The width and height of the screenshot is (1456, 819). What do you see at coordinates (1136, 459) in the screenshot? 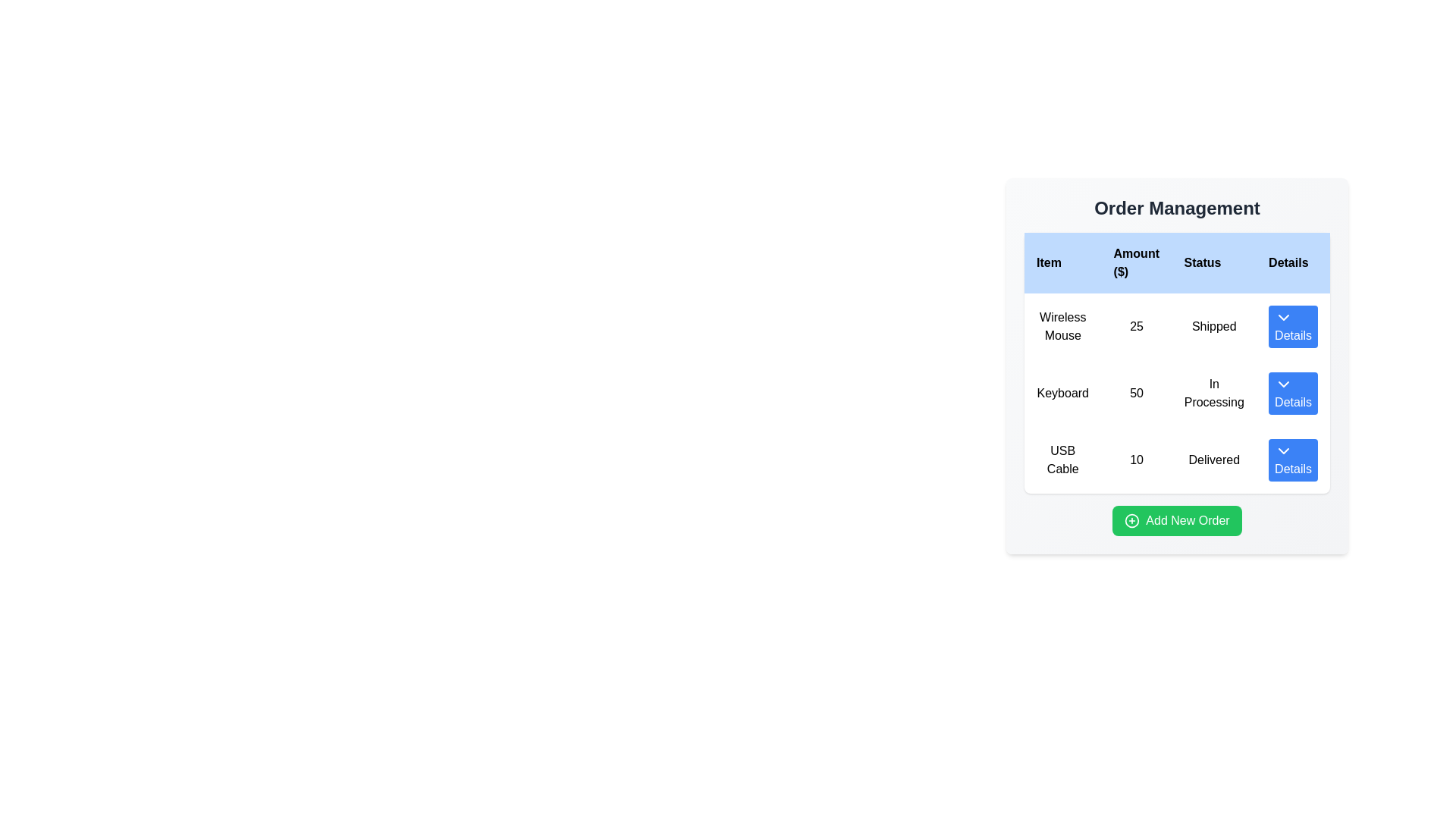
I see `the text label displaying the price for the 'USB Cable' item in the 'Amount' column of the table` at bounding box center [1136, 459].